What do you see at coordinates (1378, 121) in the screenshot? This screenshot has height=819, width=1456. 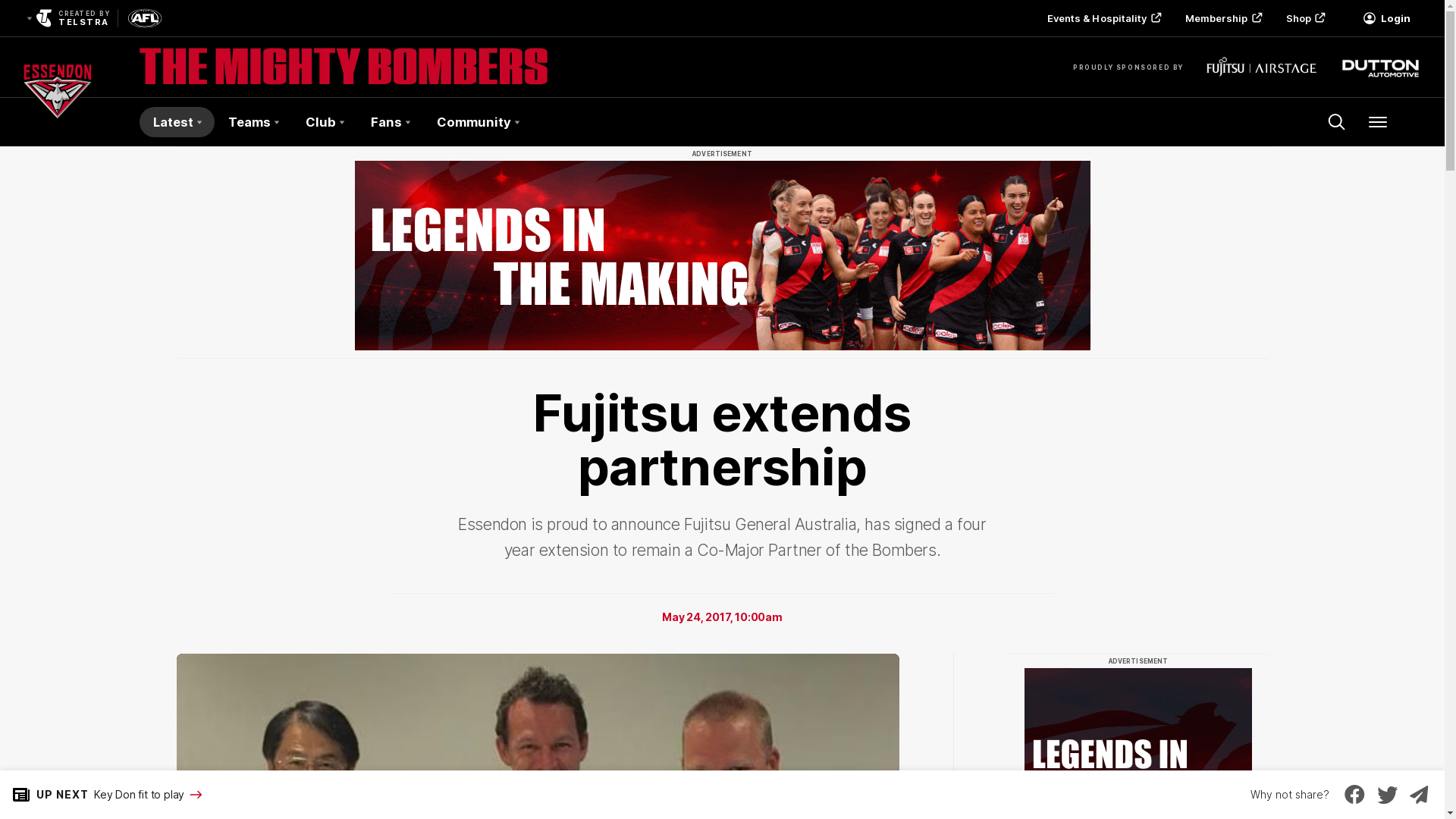 I see `'Menu'` at bounding box center [1378, 121].